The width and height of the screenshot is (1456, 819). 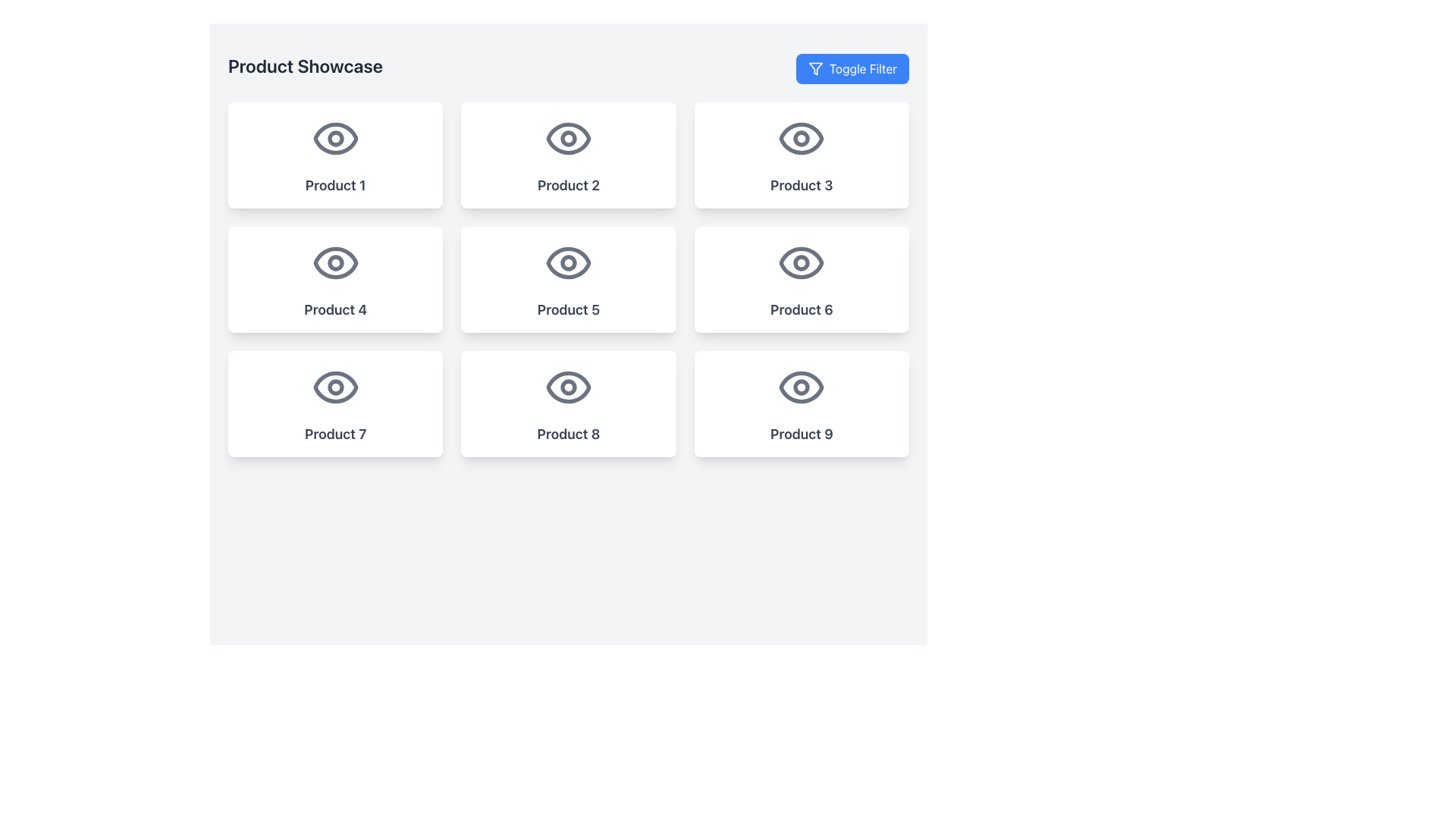 What do you see at coordinates (567, 262) in the screenshot?
I see `the eye icon prominently displayed in the middle grid item of the second row, labeled 'Product 5'` at bounding box center [567, 262].